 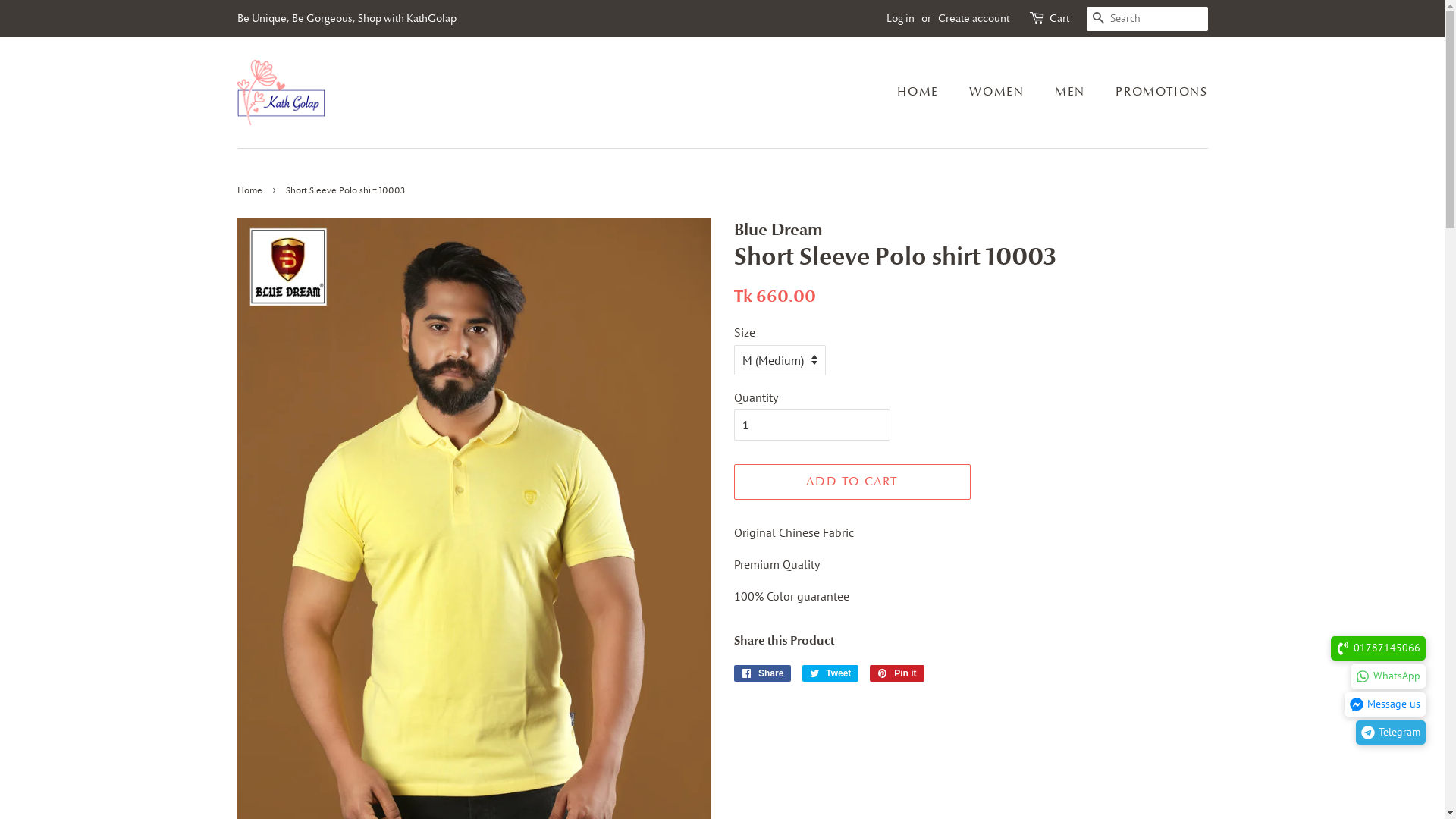 I want to click on 'Pin it, so click(x=896, y=672).